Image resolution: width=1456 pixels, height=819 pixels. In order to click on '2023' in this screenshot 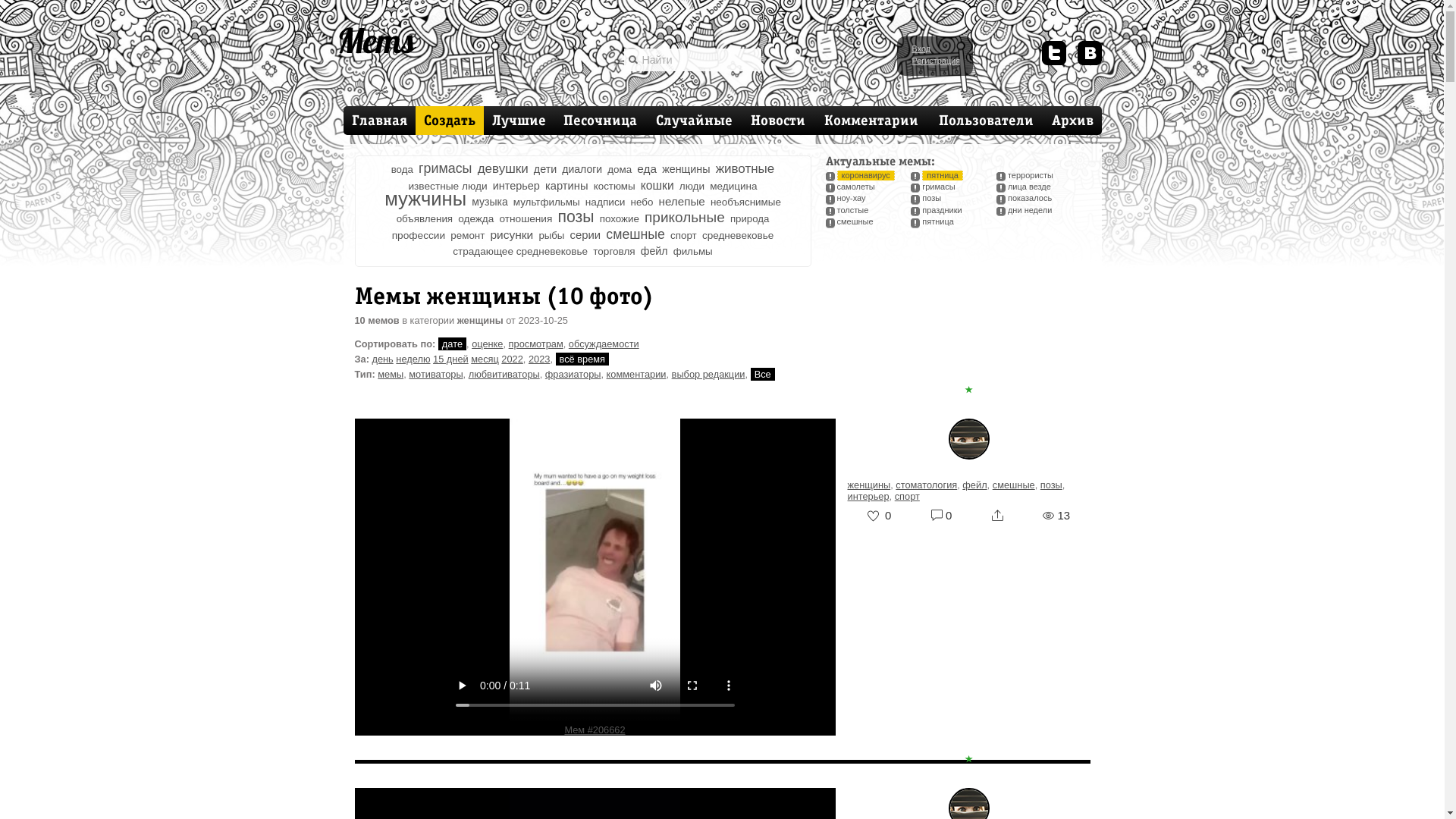, I will do `click(538, 359)`.